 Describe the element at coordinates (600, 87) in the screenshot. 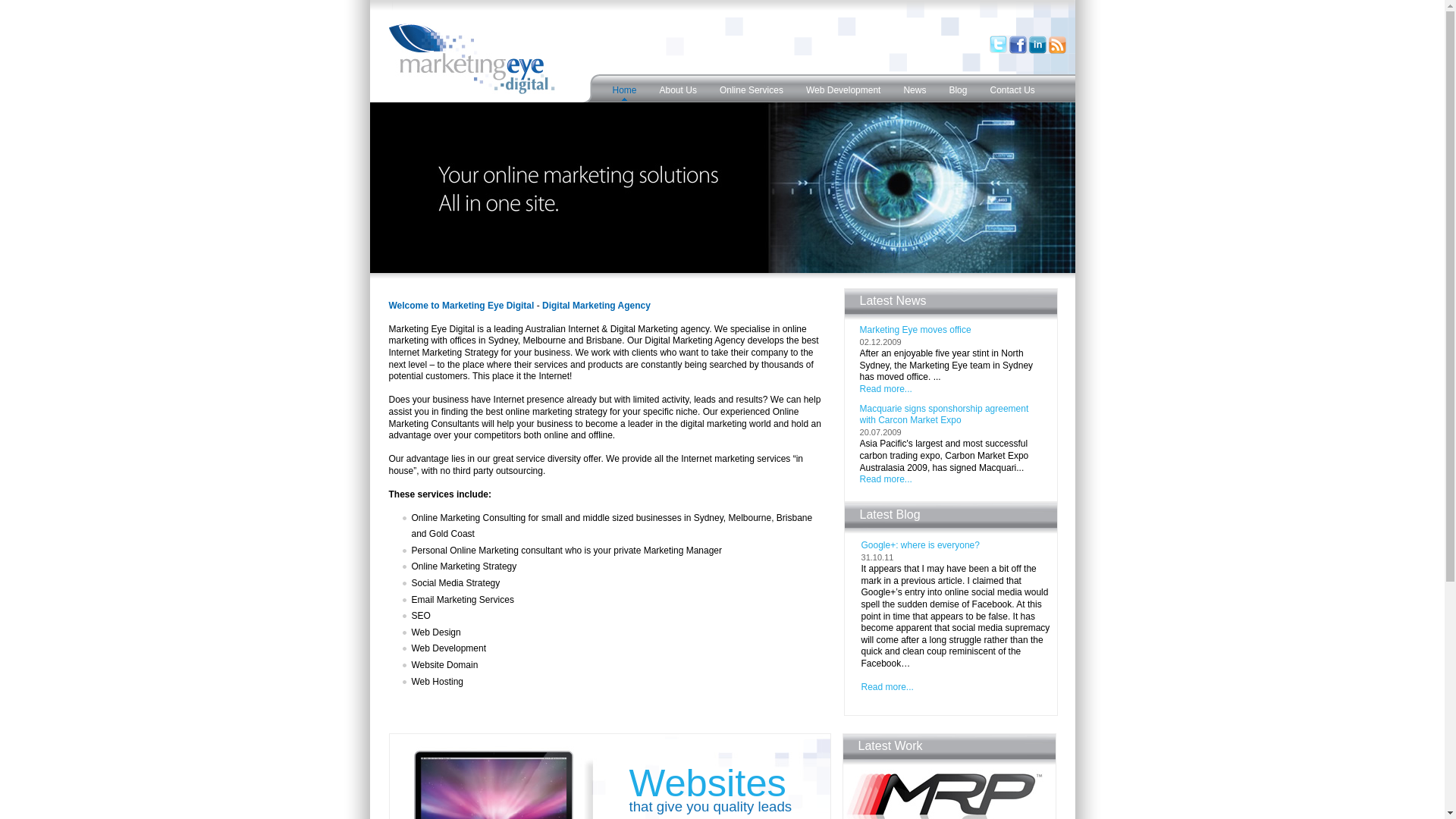

I see `'Home'` at that location.